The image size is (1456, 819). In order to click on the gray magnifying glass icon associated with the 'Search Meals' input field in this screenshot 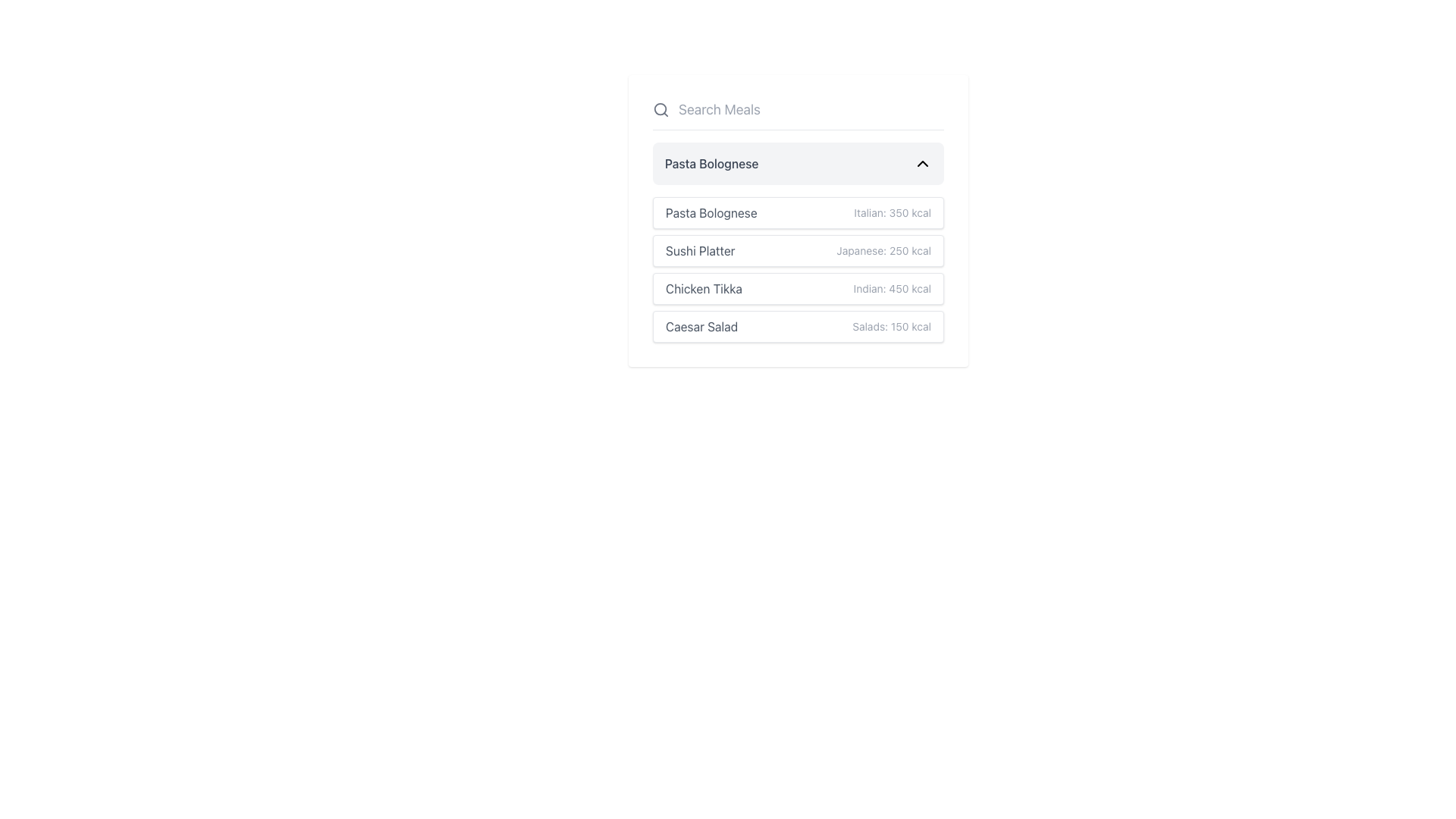, I will do `click(661, 109)`.